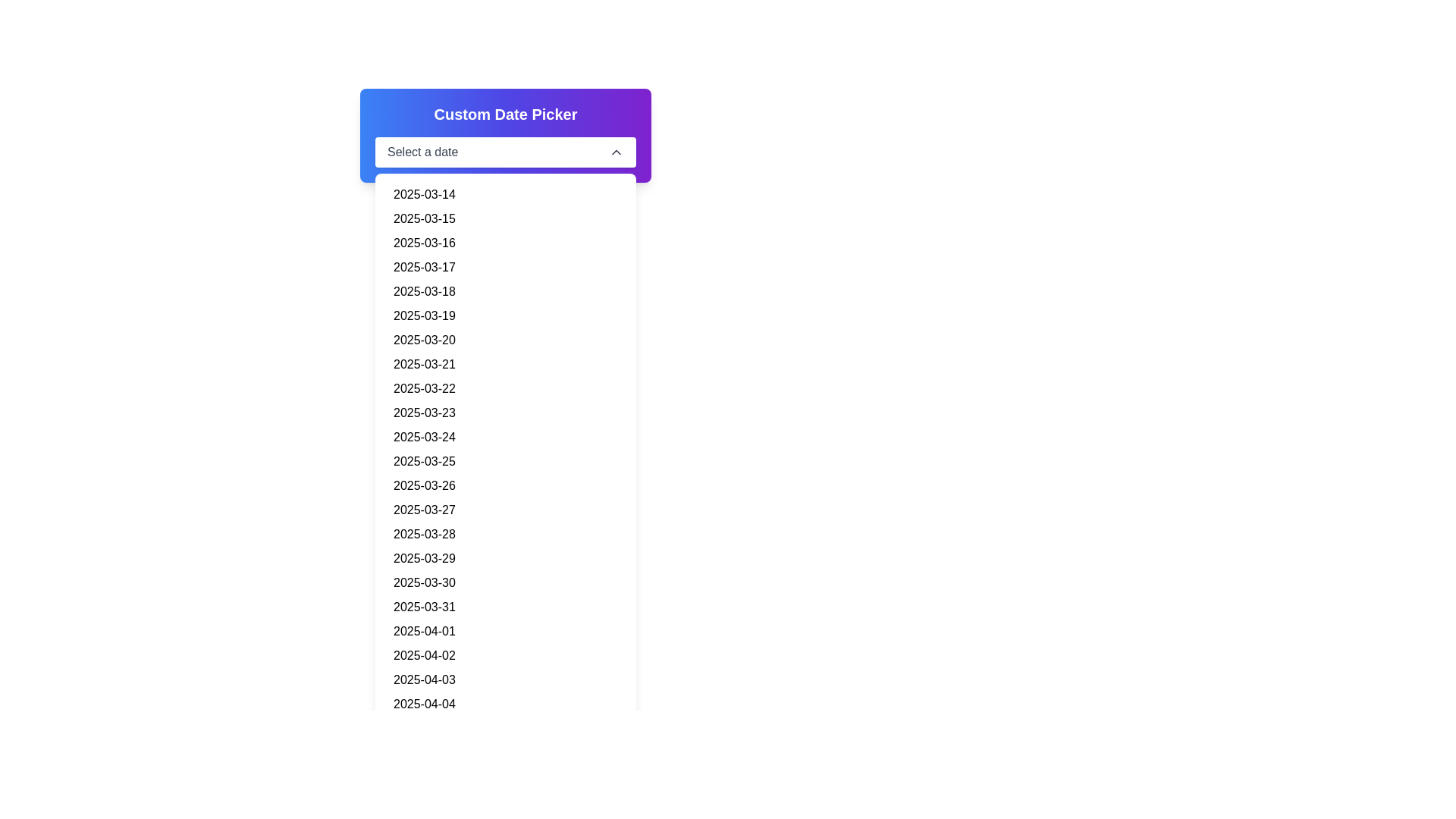  Describe the element at coordinates (506, 438) in the screenshot. I see `to select the 11th date in the dropdown menu, which is represented as a list item` at that location.